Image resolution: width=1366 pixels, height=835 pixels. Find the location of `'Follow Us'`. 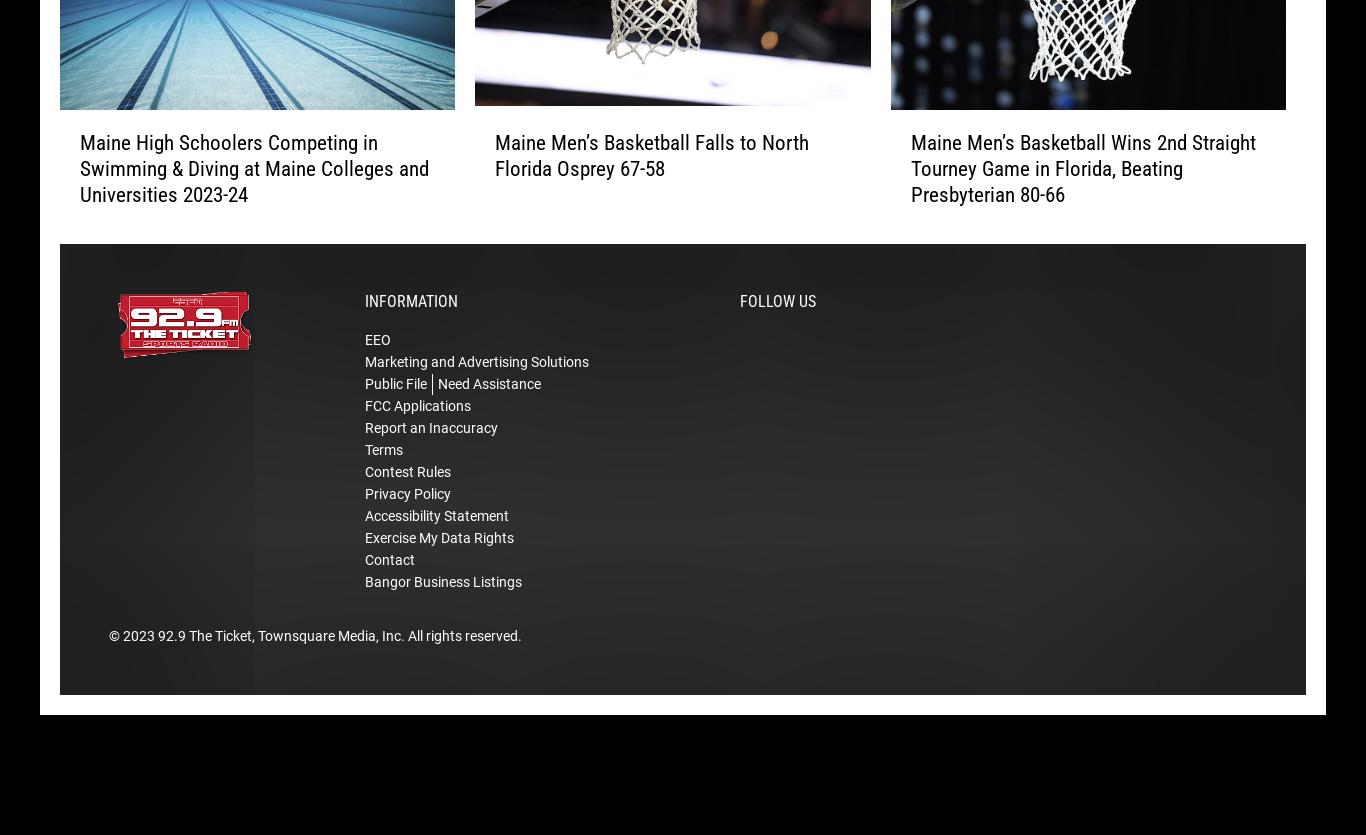

'Follow Us' is located at coordinates (777, 331).